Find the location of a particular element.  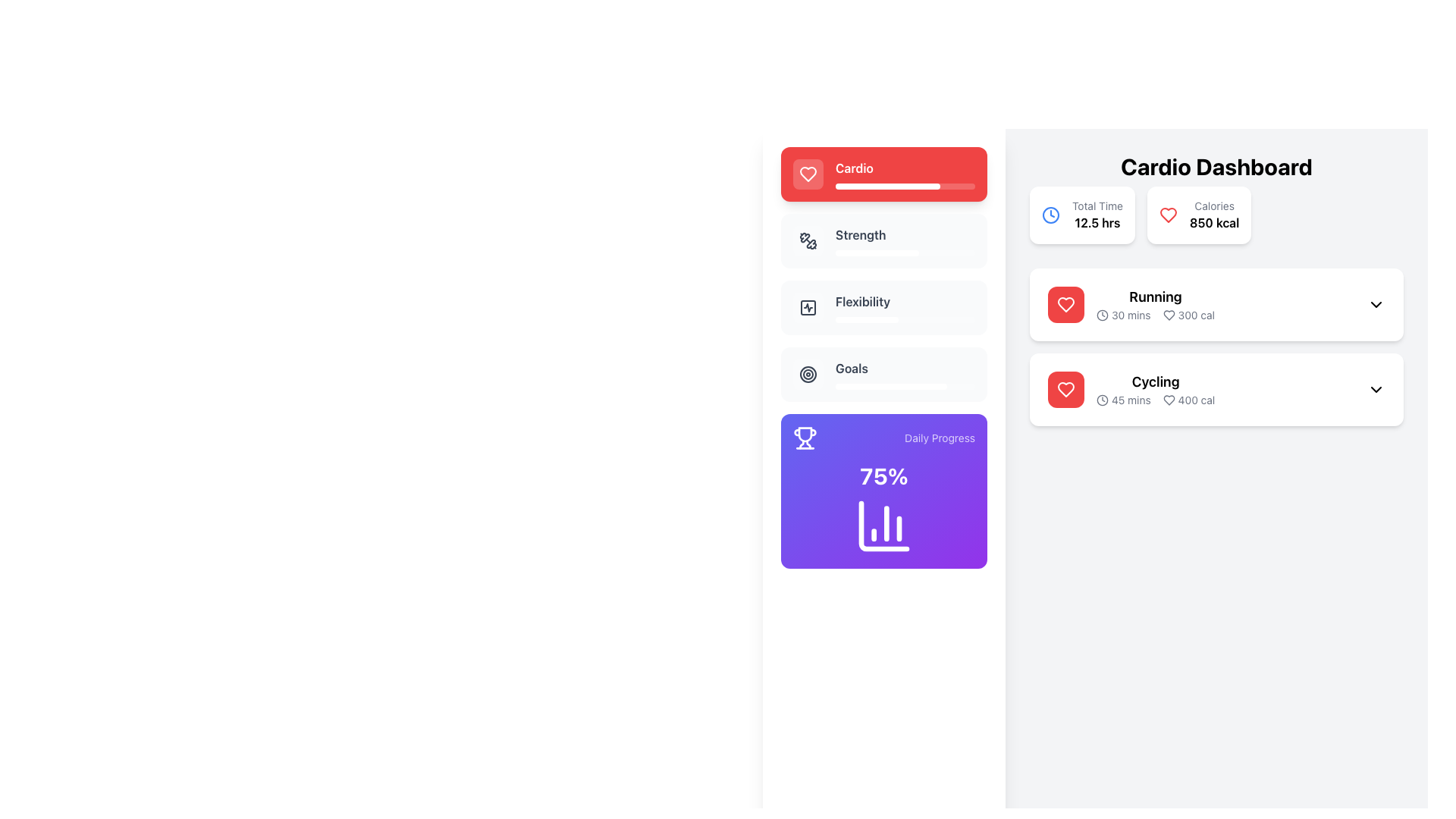

the heart icon located in the lower part of the 'Cycling' section of the 'Cardio Dashboard' is located at coordinates (1168, 400).